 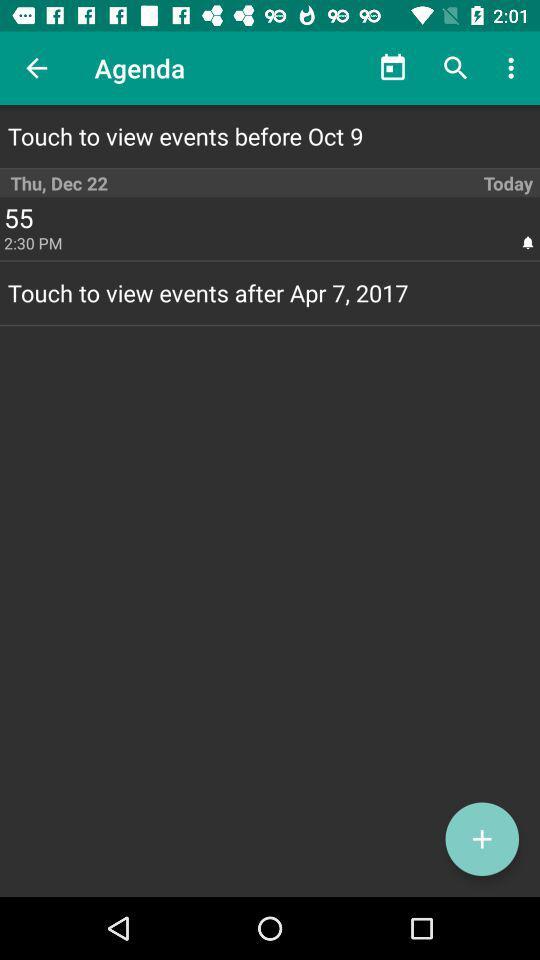 What do you see at coordinates (481, 839) in the screenshot?
I see `new event` at bounding box center [481, 839].